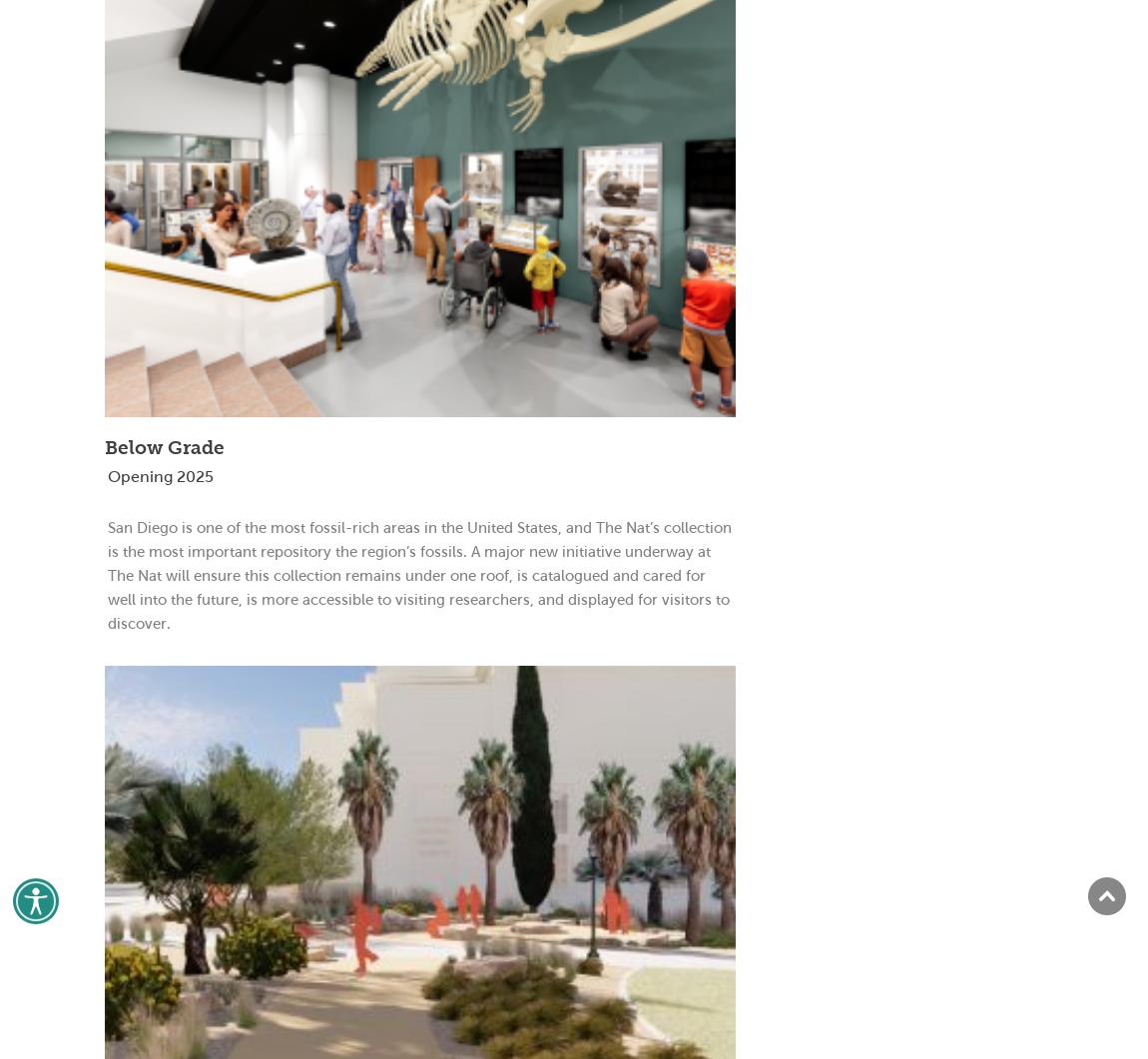 The height and width of the screenshot is (1059, 1148). I want to click on 'and displayed fo', so click(591, 597).